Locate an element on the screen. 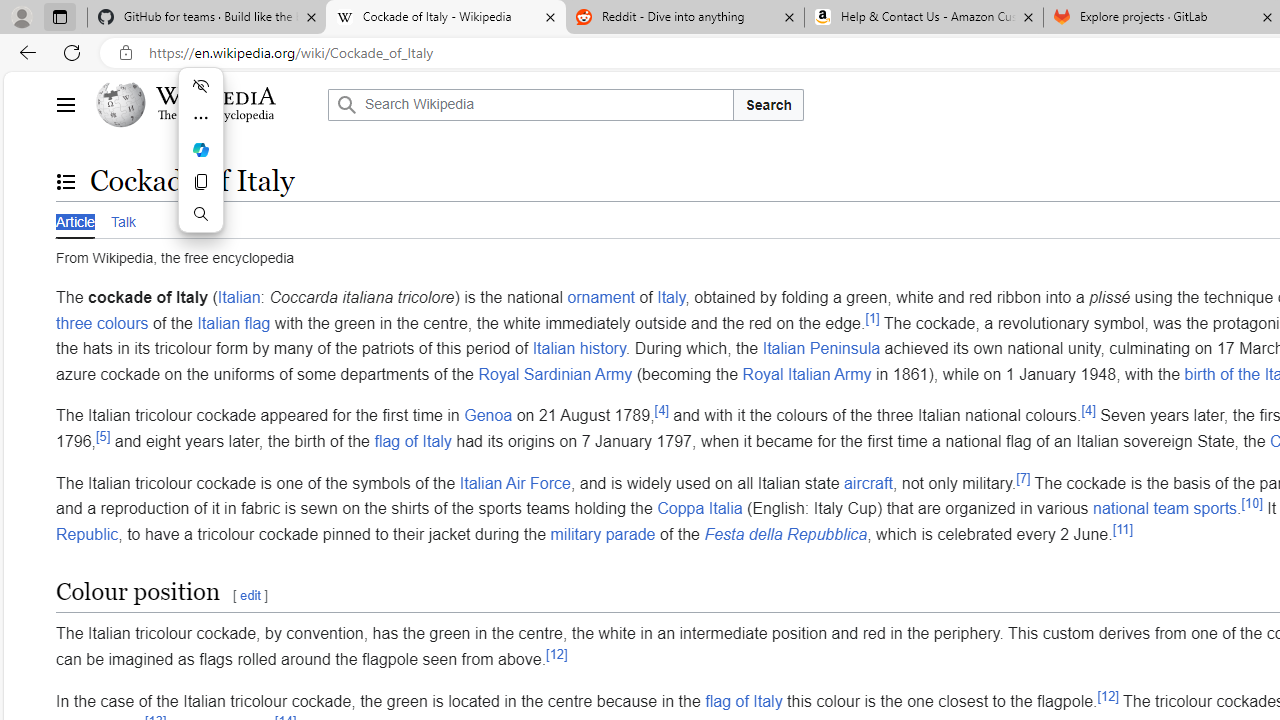 The height and width of the screenshot is (720, 1280). 'Talk' is located at coordinates (121, 219).